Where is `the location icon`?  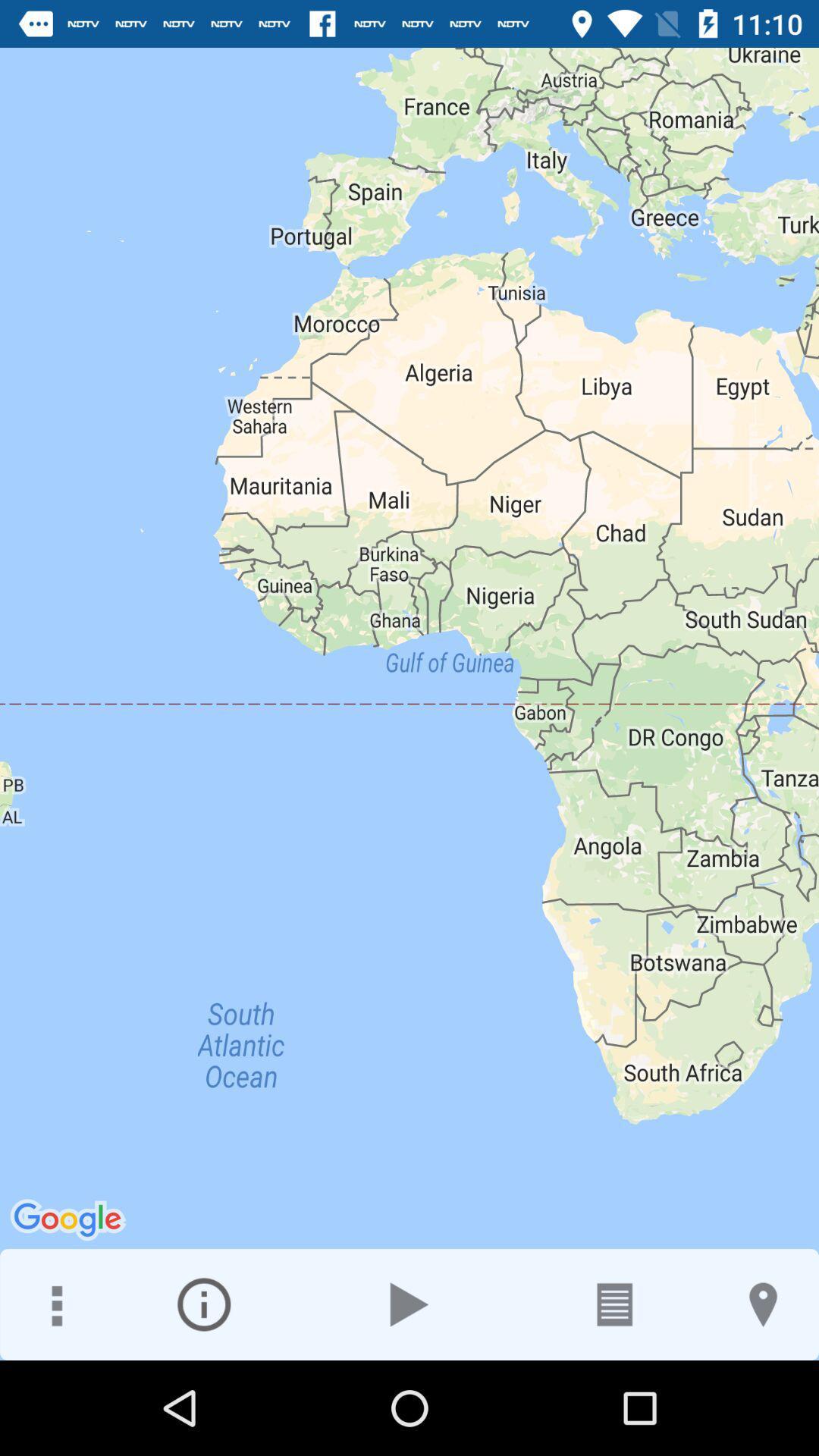 the location icon is located at coordinates (763, 1304).